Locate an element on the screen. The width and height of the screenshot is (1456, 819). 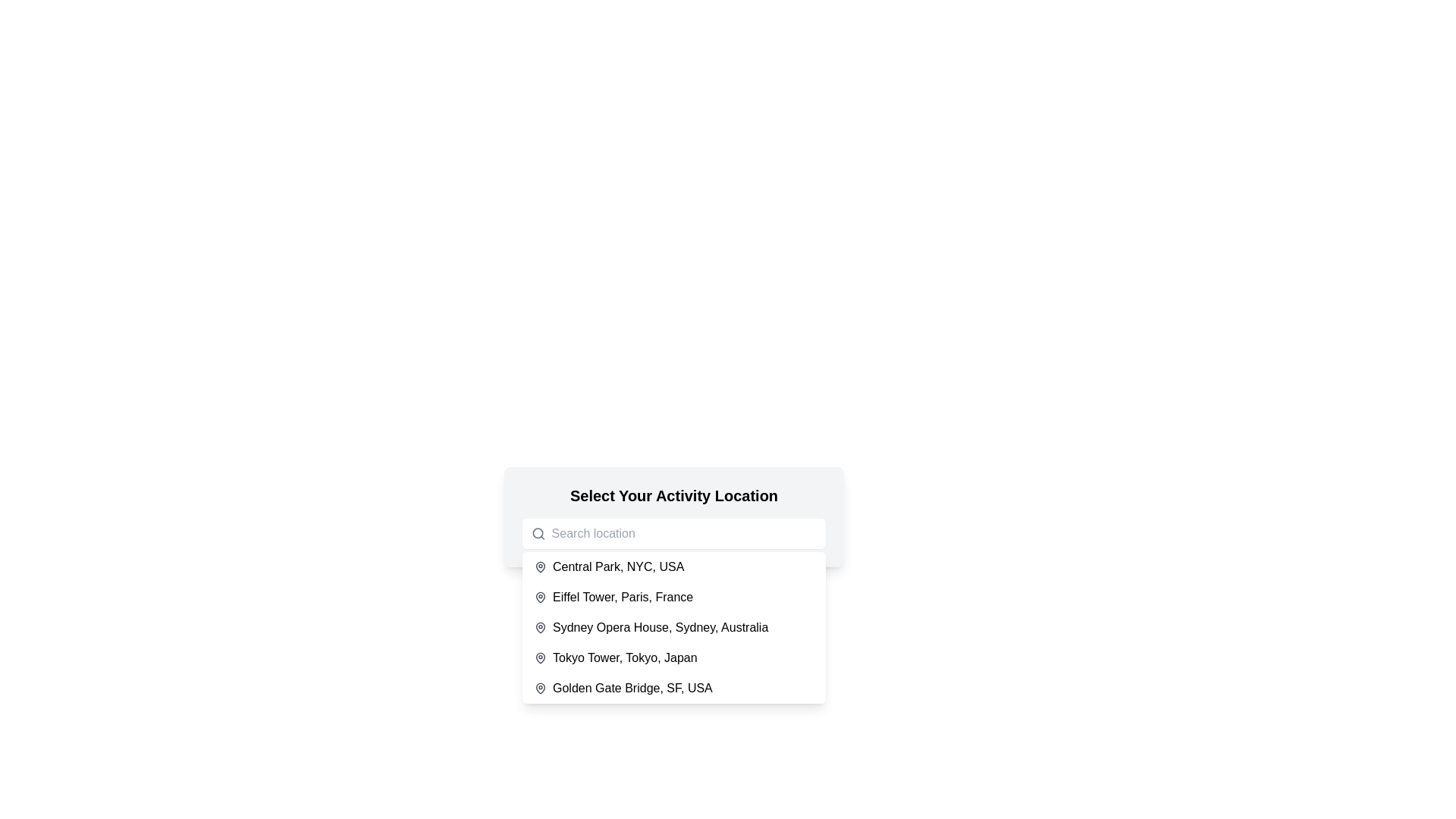
the map pin icon representing 'Tokyo Tower, Tokyo, Japan' in the dropdown list is located at coordinates (541, 657).